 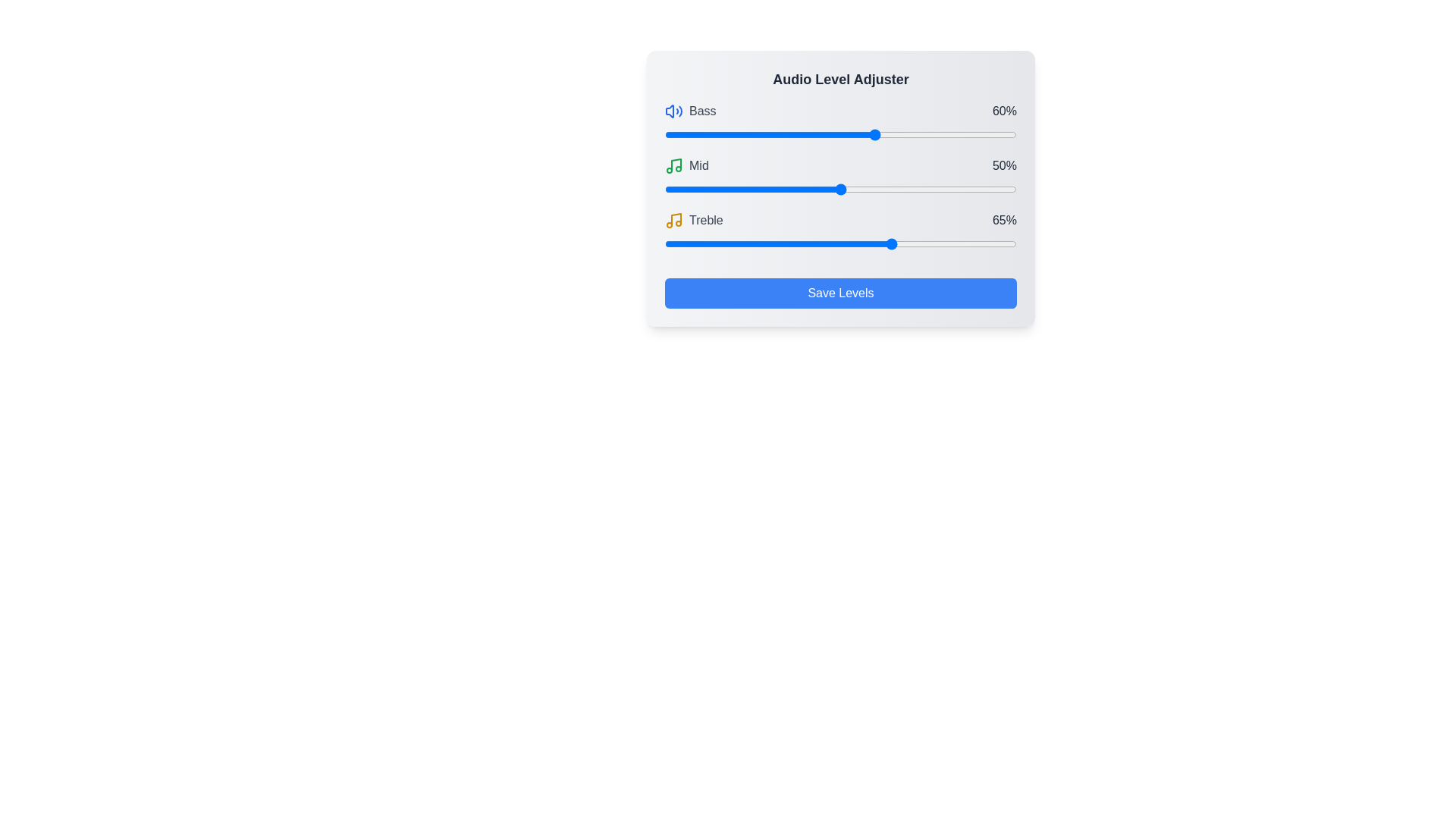 I want to click on the 'Mid' audio level, so click(x=794, y=189).